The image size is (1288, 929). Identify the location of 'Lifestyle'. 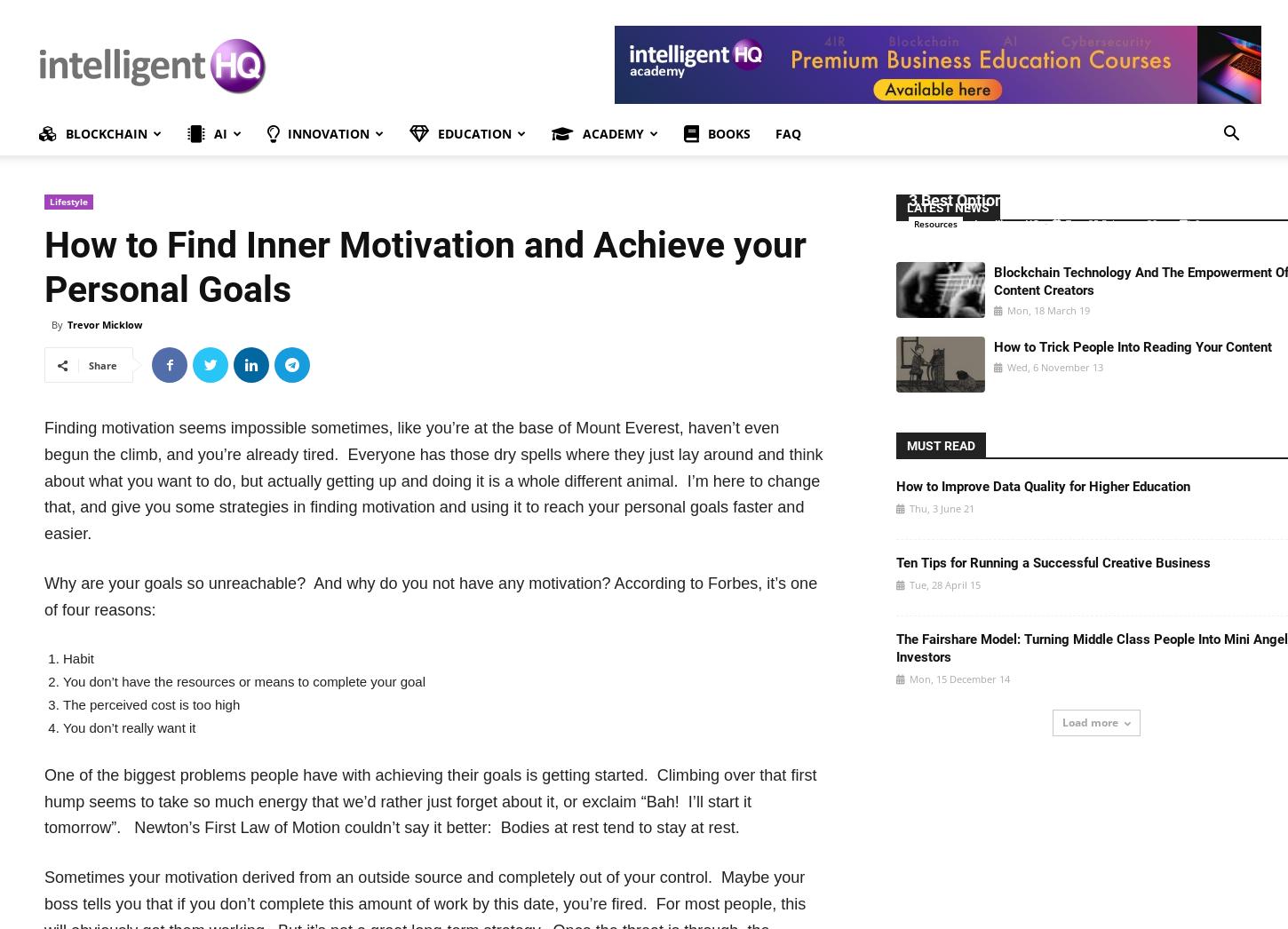
(68, 200).